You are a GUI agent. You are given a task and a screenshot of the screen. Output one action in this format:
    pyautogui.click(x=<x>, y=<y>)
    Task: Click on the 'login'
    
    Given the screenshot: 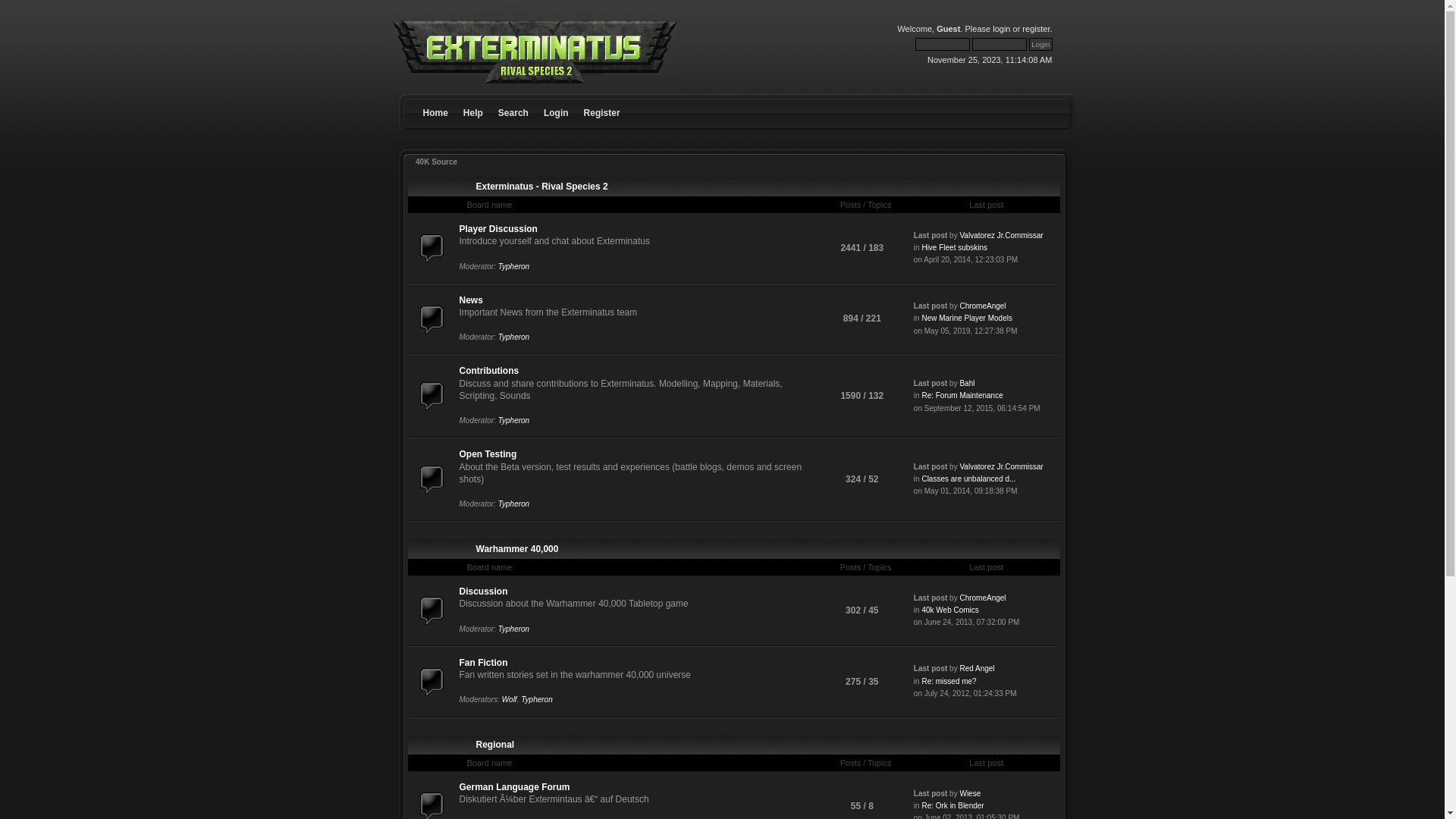 What is the action you would take?
    pyautogui.click(x=1001, y=29)
    